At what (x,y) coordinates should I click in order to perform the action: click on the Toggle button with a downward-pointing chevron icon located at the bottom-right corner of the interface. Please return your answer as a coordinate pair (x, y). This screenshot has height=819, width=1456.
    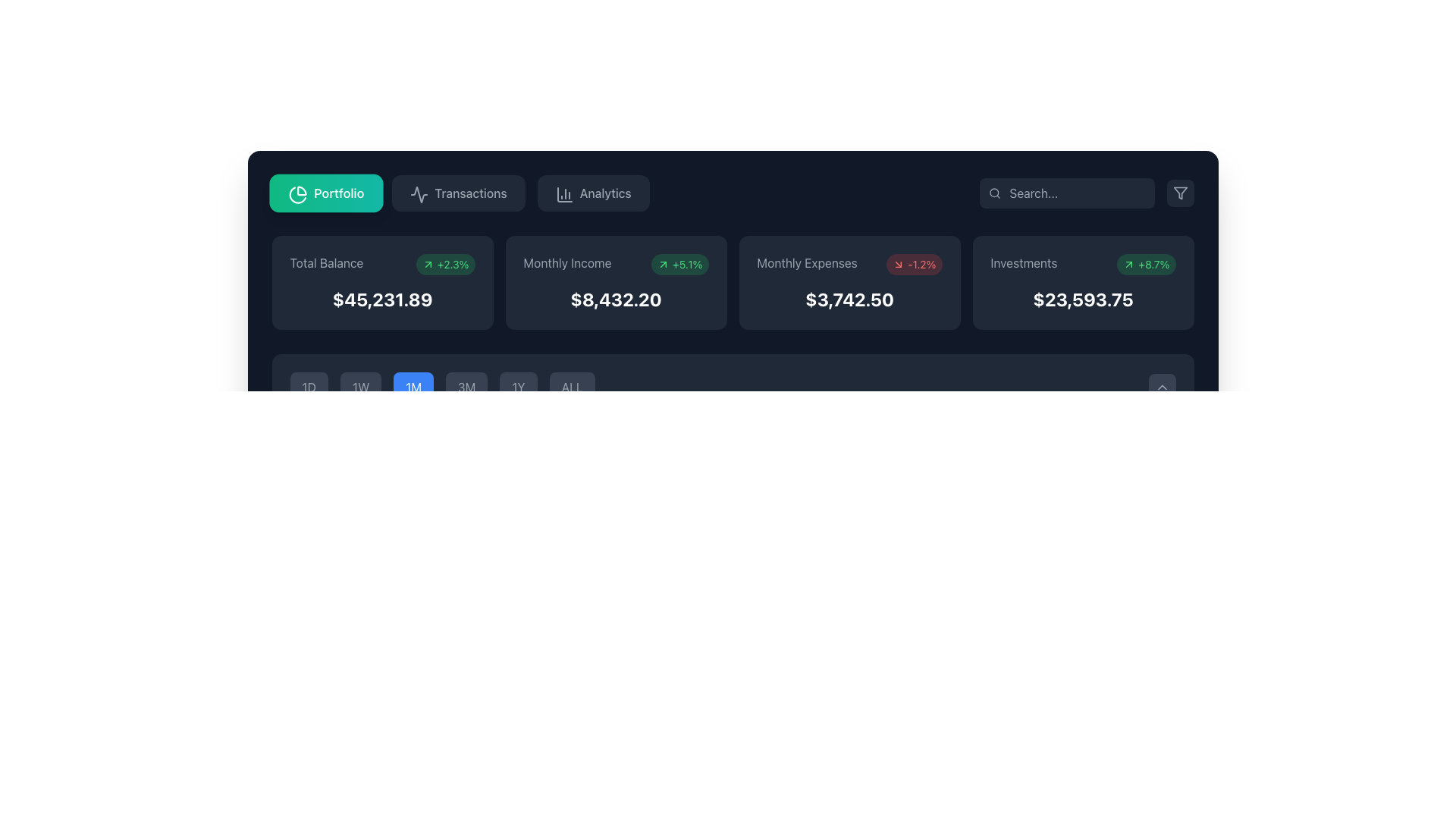
    Looking at the image, I should click on (1161, 386).